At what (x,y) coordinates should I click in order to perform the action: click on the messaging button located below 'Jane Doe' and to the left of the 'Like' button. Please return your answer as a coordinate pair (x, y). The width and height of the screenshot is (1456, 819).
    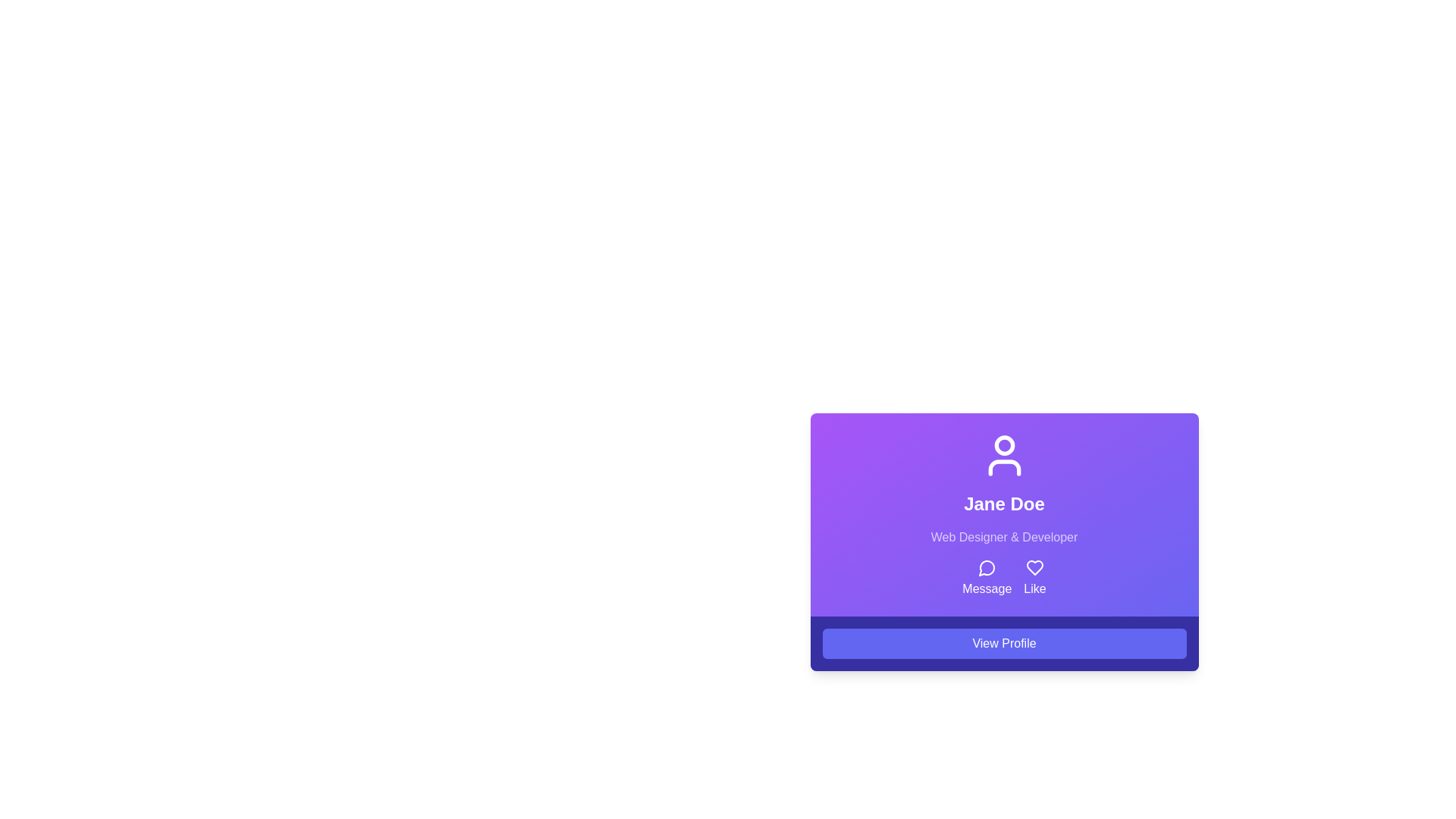
    Looking at the image, I should click on (987, 579).